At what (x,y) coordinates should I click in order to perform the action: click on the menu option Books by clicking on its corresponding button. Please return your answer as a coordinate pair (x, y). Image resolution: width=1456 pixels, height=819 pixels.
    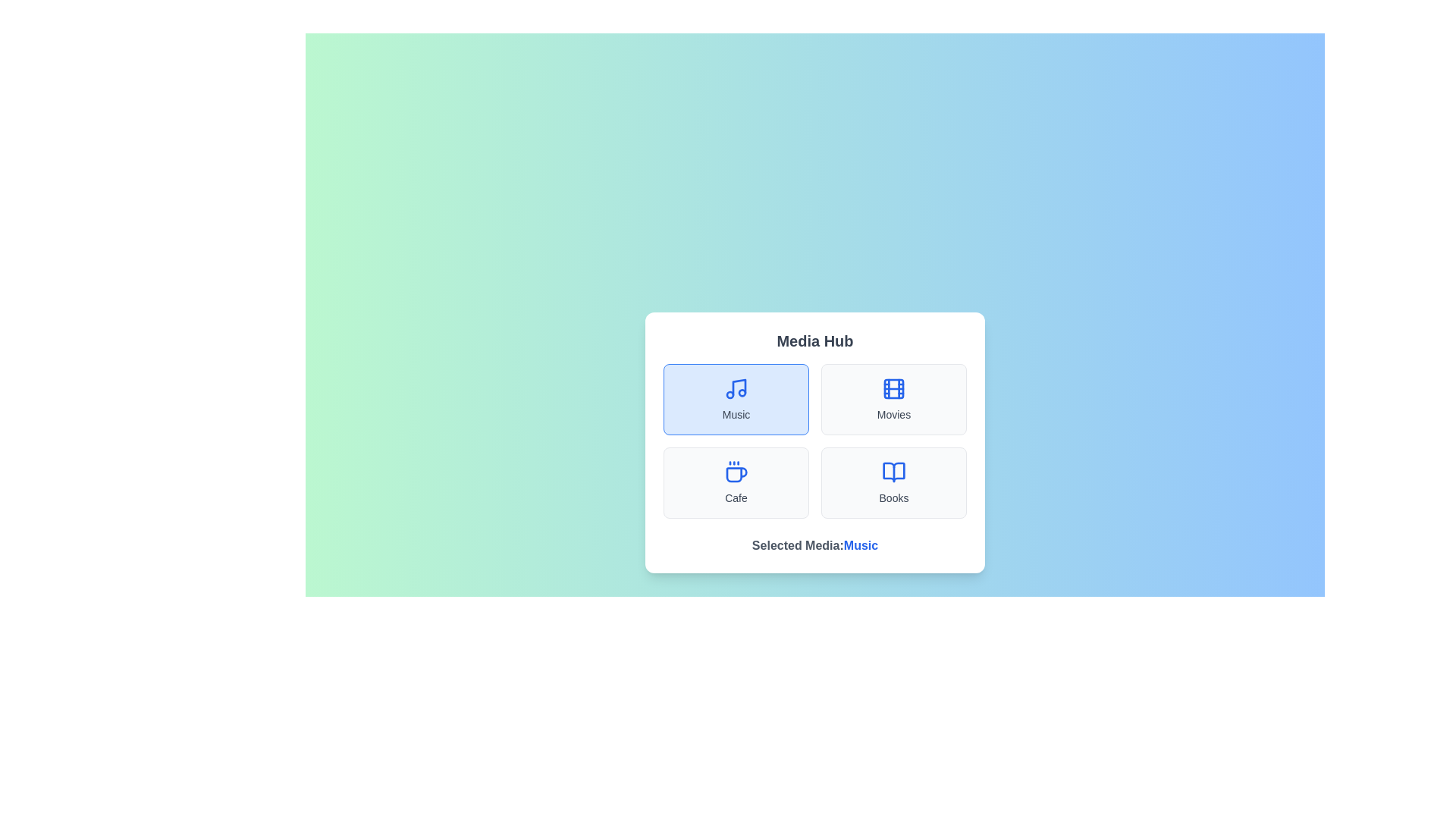
    Looking at the image, I should click on (894, 482).